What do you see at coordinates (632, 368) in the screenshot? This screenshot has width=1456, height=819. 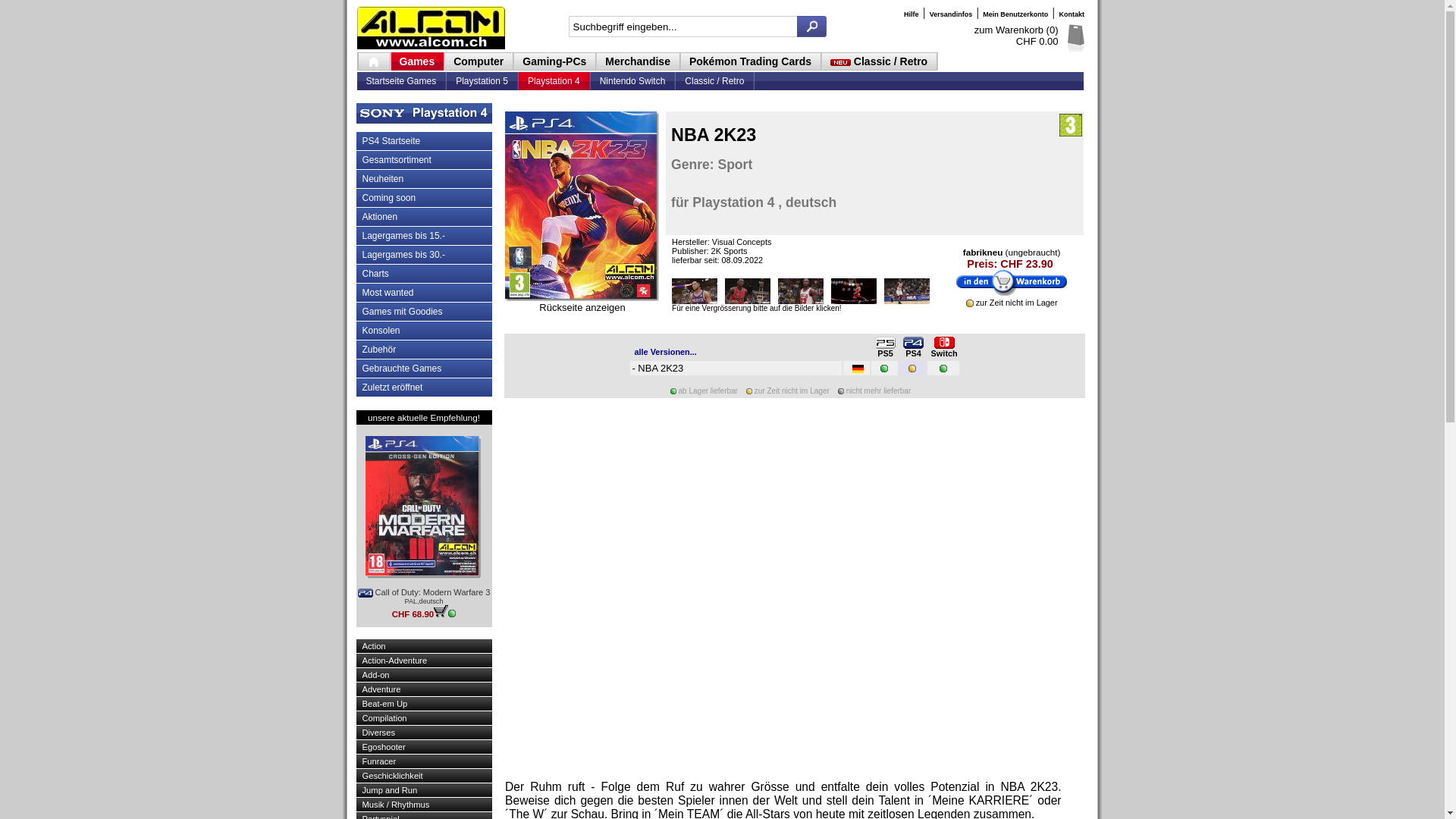 I see `'- NBA 2K23'` at bounding box center [632, 368].